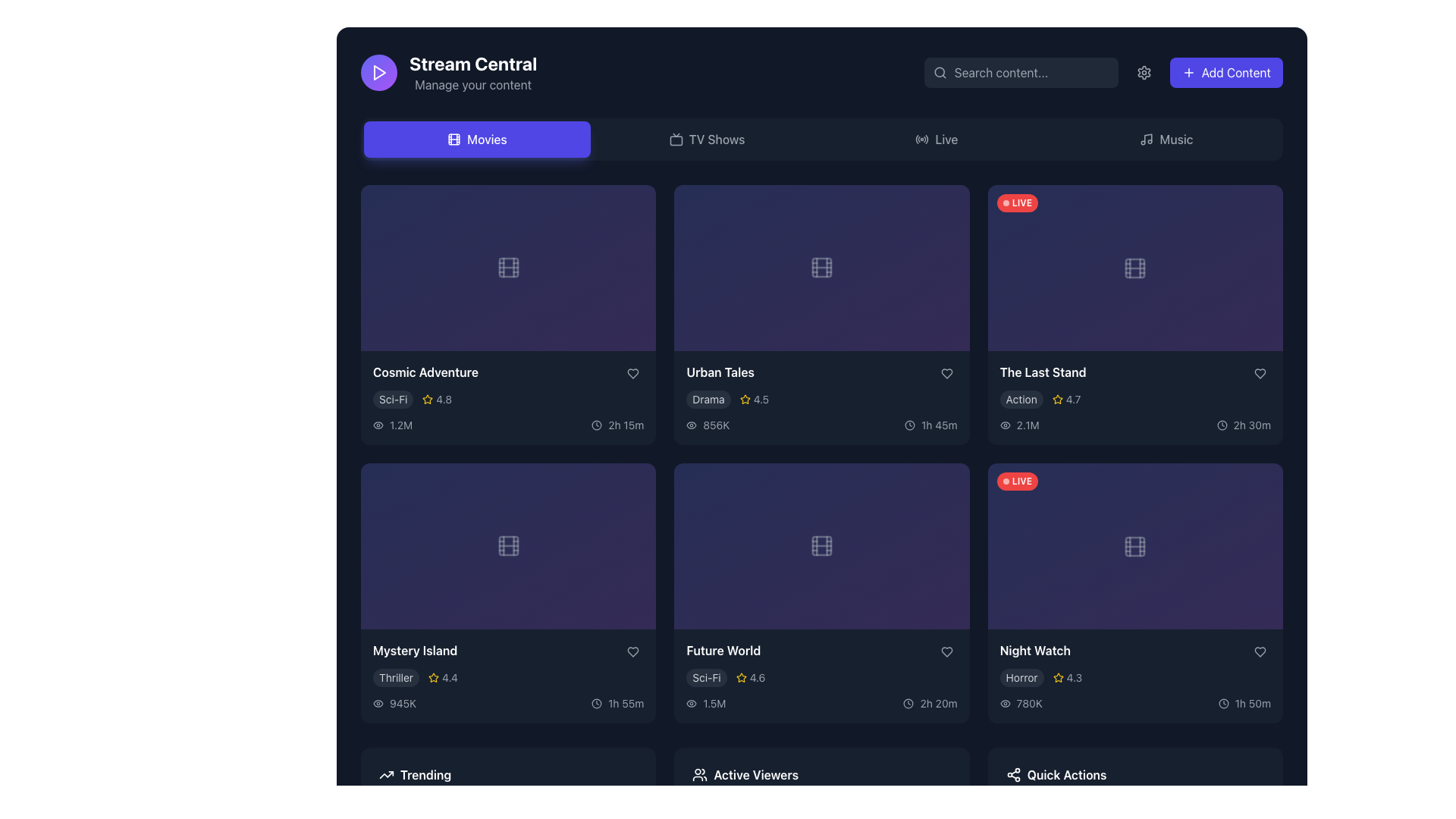 This screenshot has width=1456, height=819. I want to click on the decorative graphical element representing a film or movie within the media item card located in the second column of the first row of the grid layout, so click(821, 267).